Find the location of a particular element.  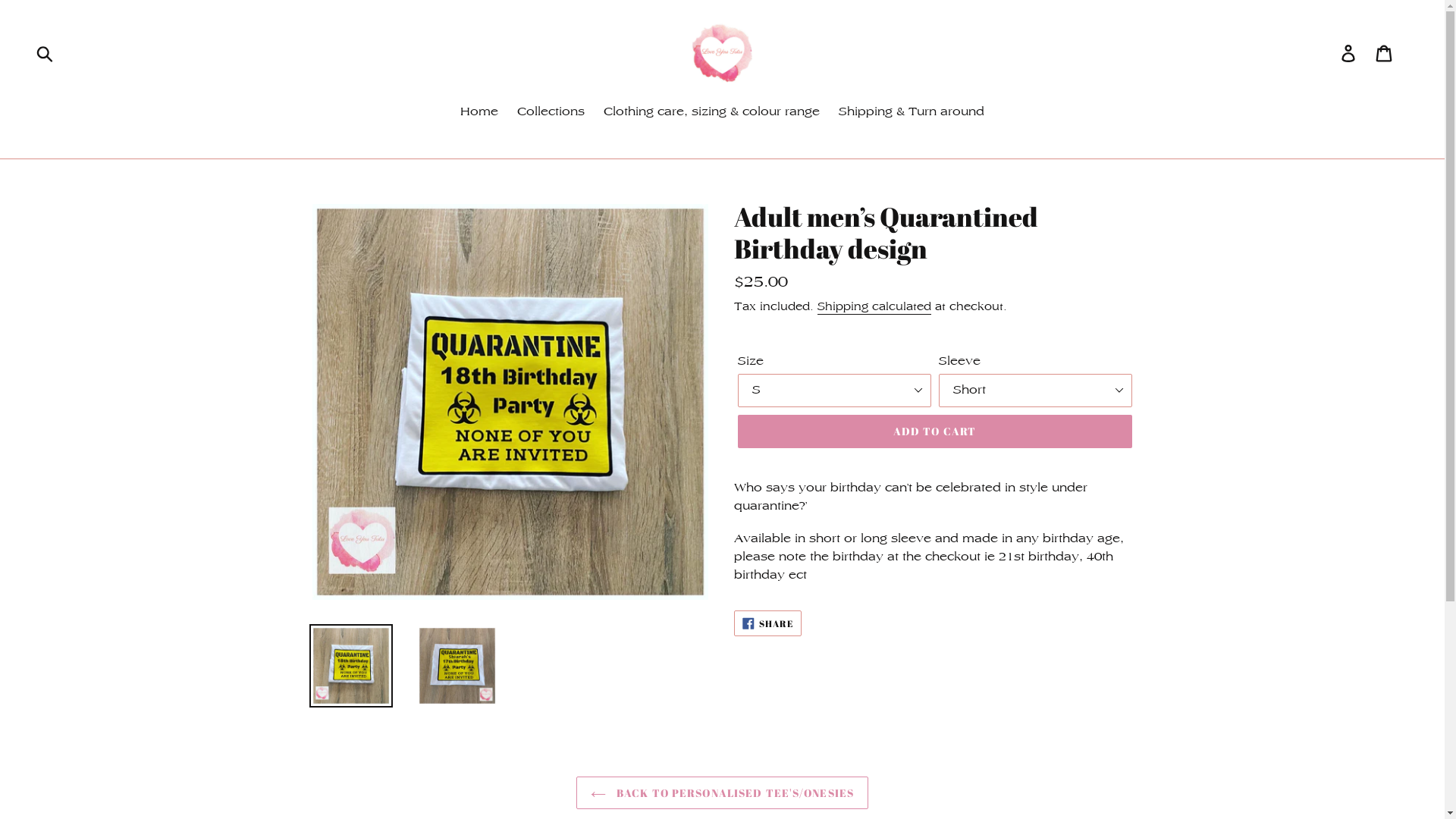

'Shipping calculated' is located at coordinates (874, 307).